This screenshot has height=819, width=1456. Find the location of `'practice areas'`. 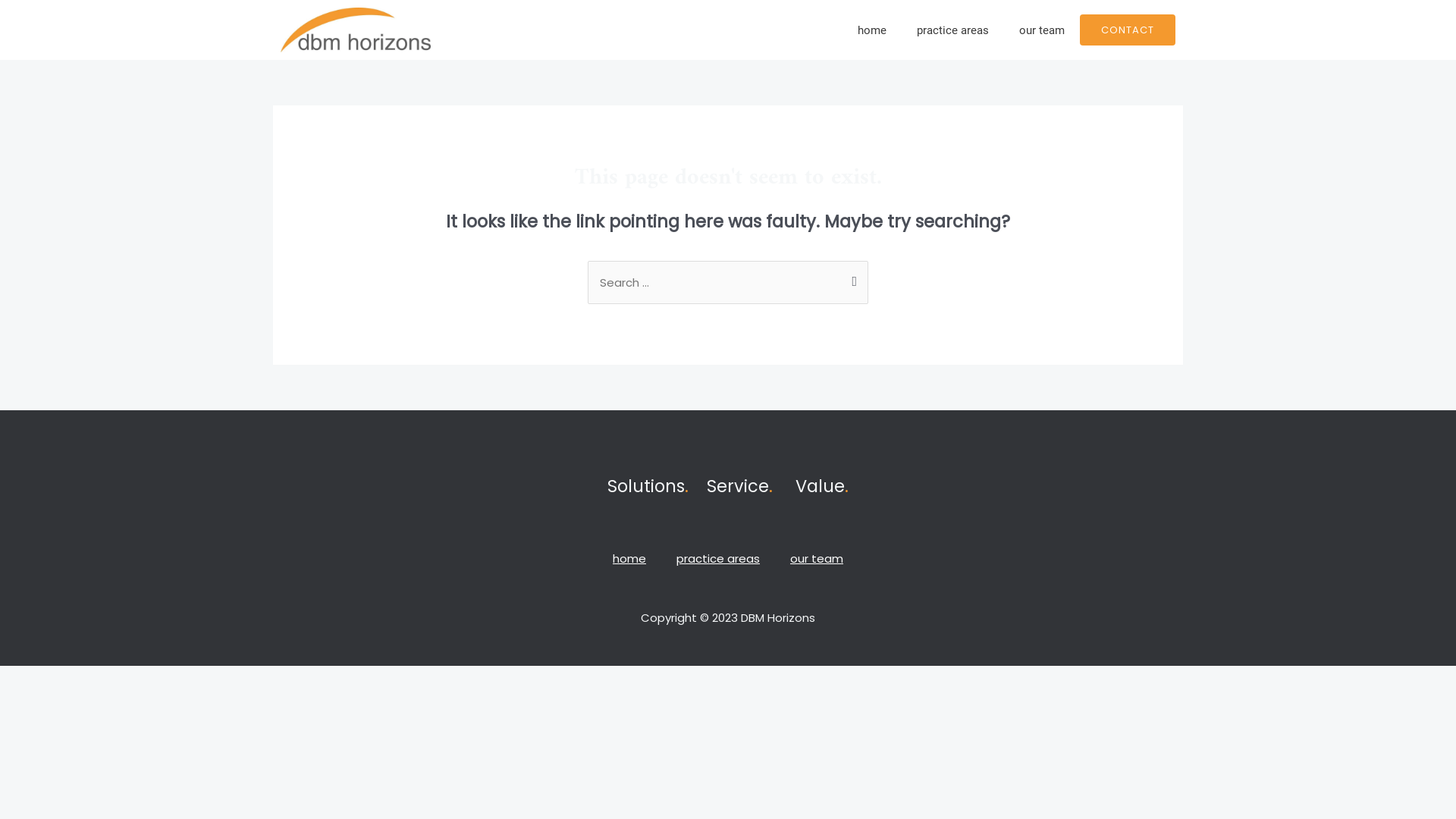

'practice areas' is located at coordinates (952, 30).